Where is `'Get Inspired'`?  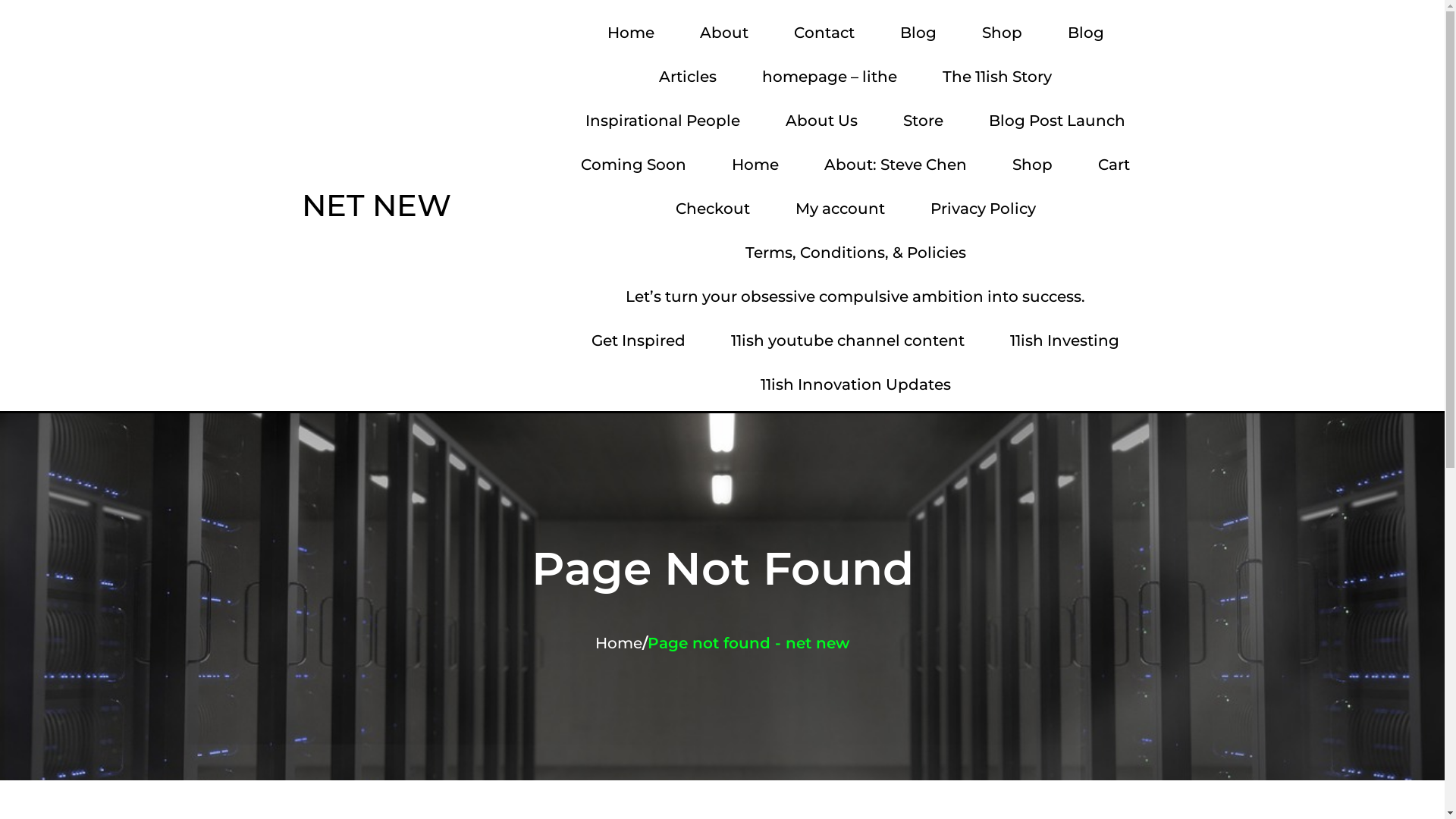
'Get Inspired' is located at coordinates (638, 339).